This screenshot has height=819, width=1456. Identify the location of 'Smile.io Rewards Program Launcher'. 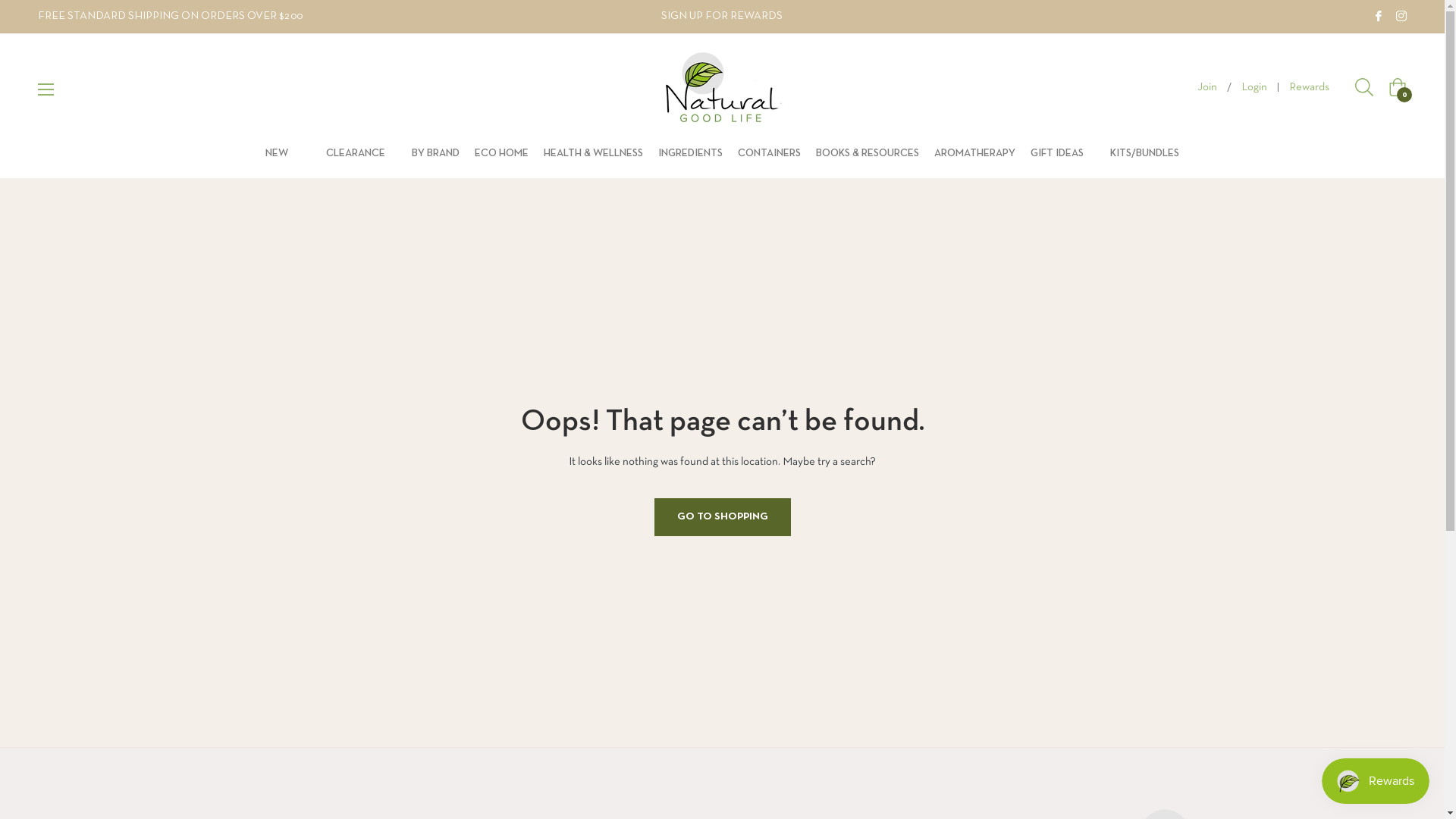
(1376, 780).